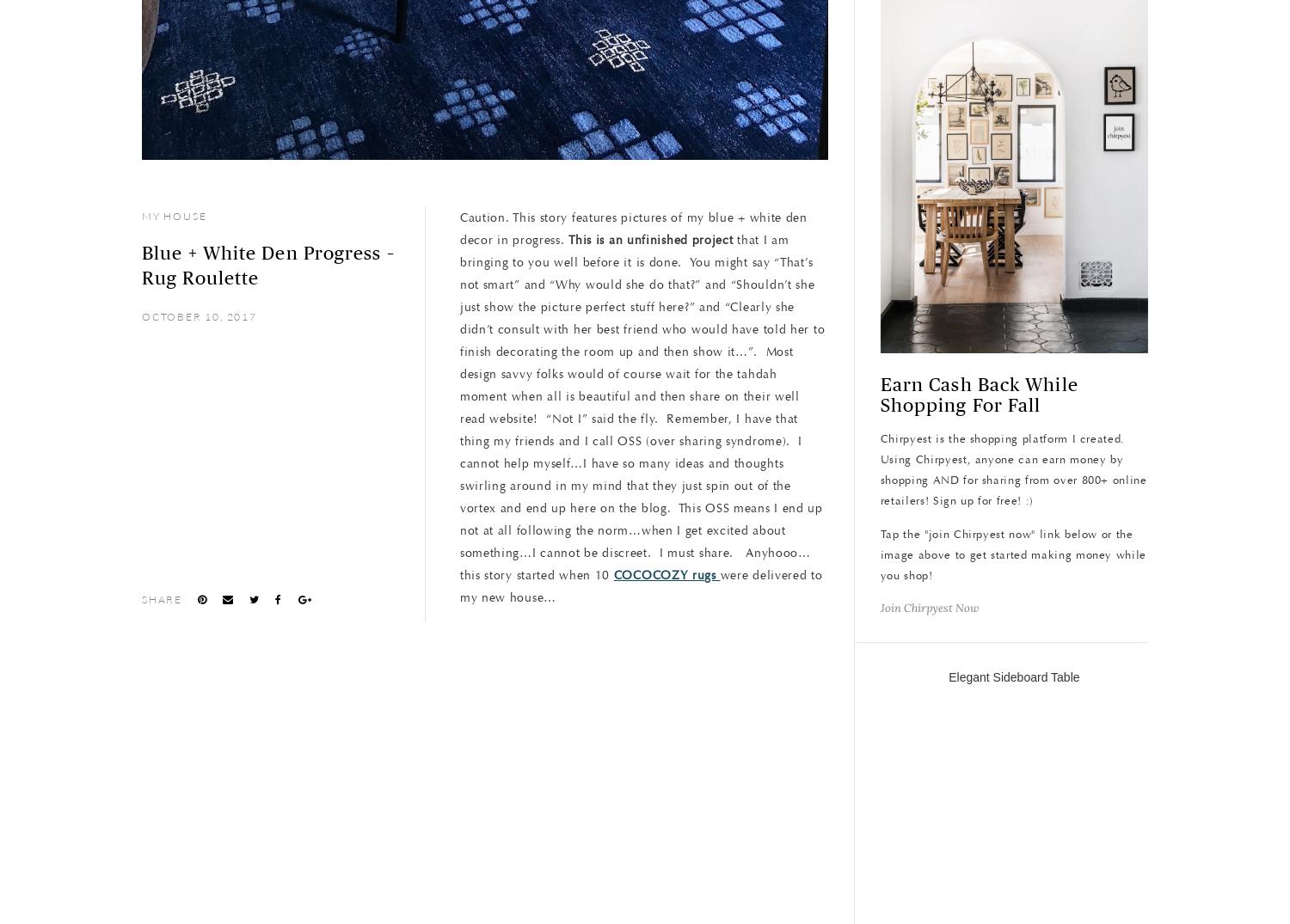  Describe the element at coordinates (142, 316) in the screenshot. I see `'October 10, 2017'` at that location.